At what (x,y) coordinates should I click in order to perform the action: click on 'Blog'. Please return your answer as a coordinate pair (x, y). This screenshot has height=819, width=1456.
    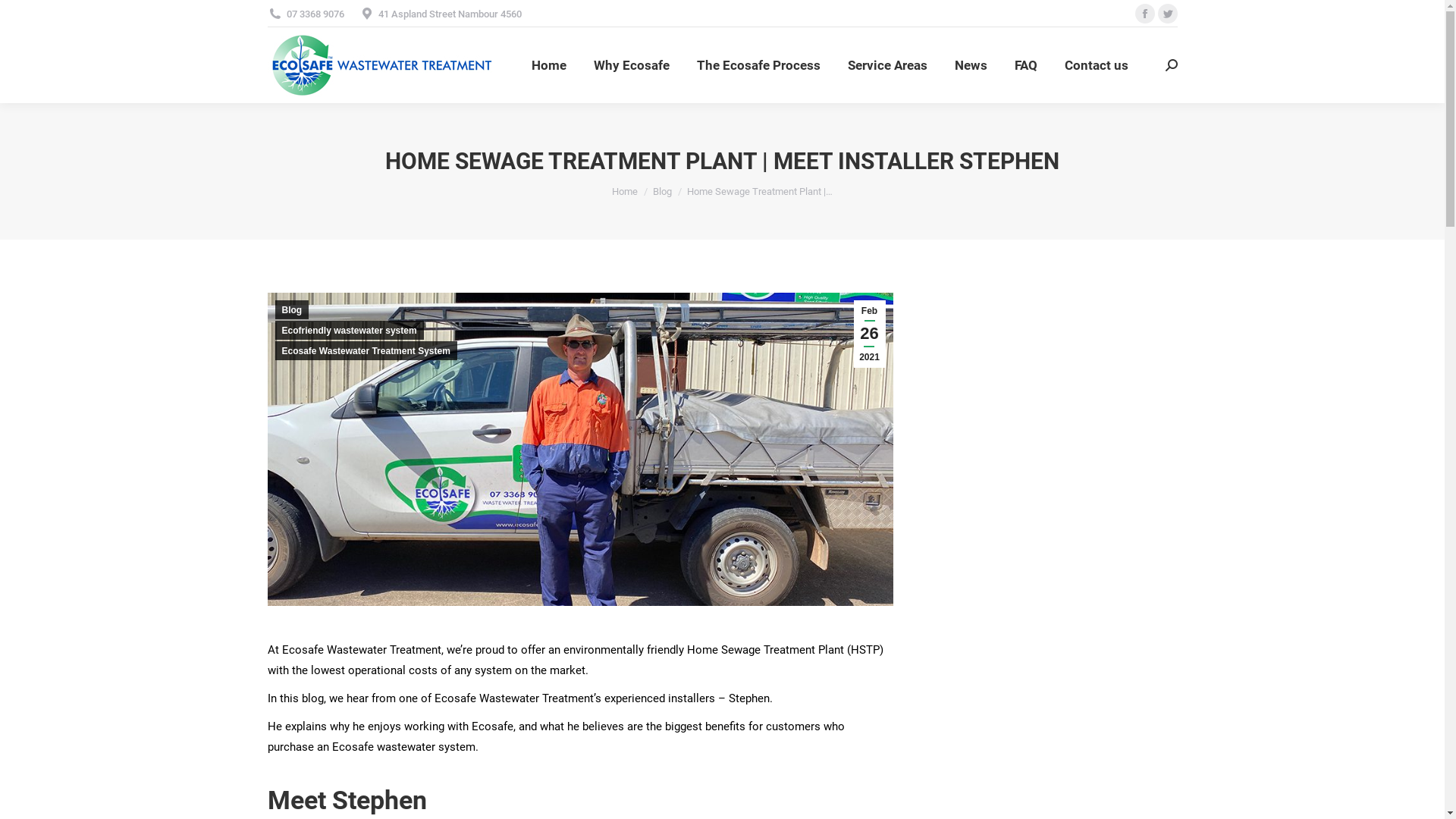
    Looking at the image, I should click on (291, 309).